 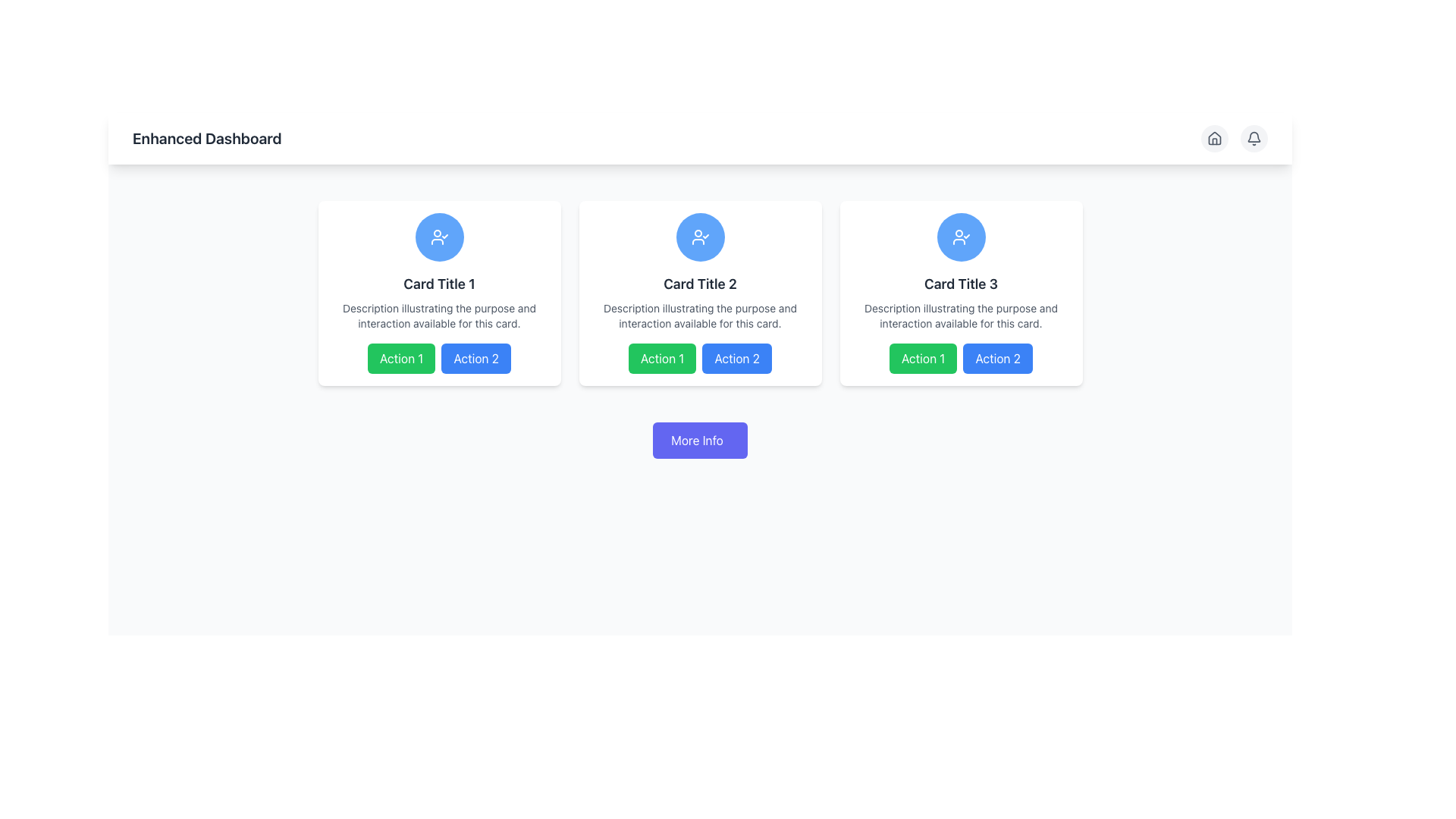 I want to click on the circular button with a house icon in the upper-right corner of the interface, so click(x=1215, y=138).